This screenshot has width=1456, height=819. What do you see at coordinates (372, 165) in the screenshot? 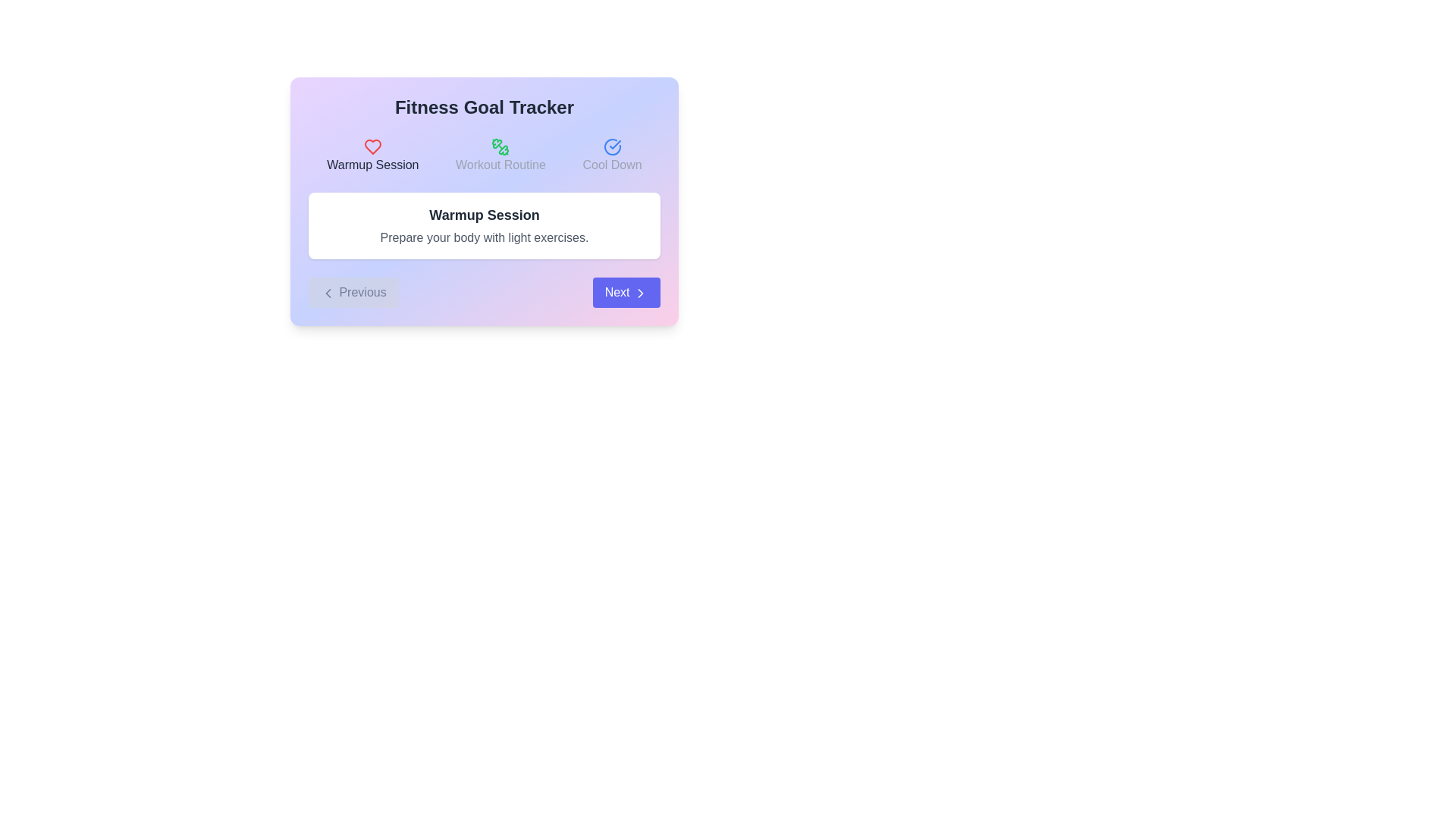
I see `the 'Warmup Session' text label that indicates the stage of focus in the application, positioned below a heart icon and is the left-most among similar text labels` at bounding box center [372, 165].